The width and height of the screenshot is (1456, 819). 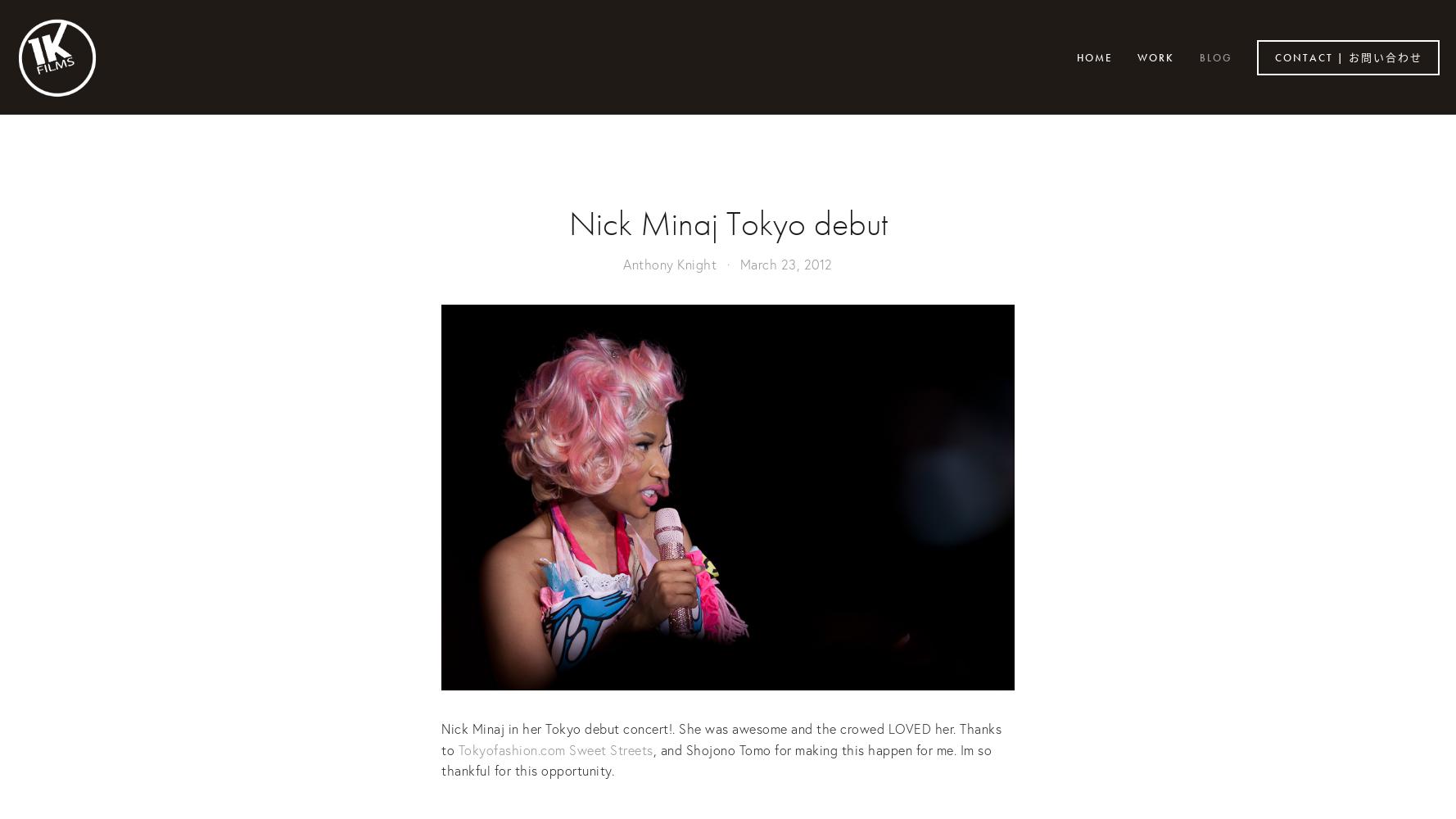 I want to click on 'Nick Minaj Tokyo debut', so click(x=567, y=224).